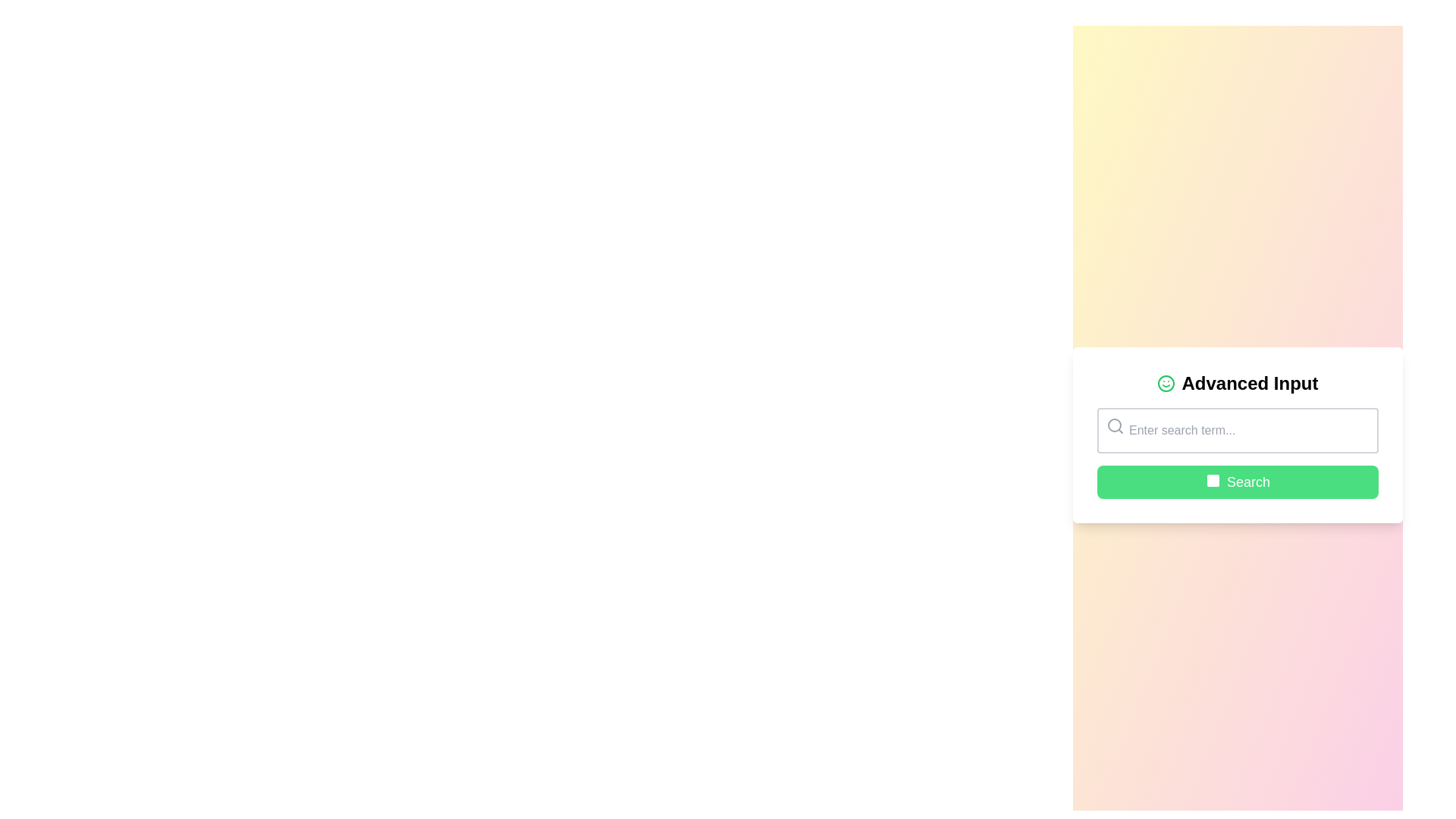  I want to click on the 'Search' button with a vibrant green background and white text located at the bottom of the 'Advanced Input' card, so click(1238, 482).